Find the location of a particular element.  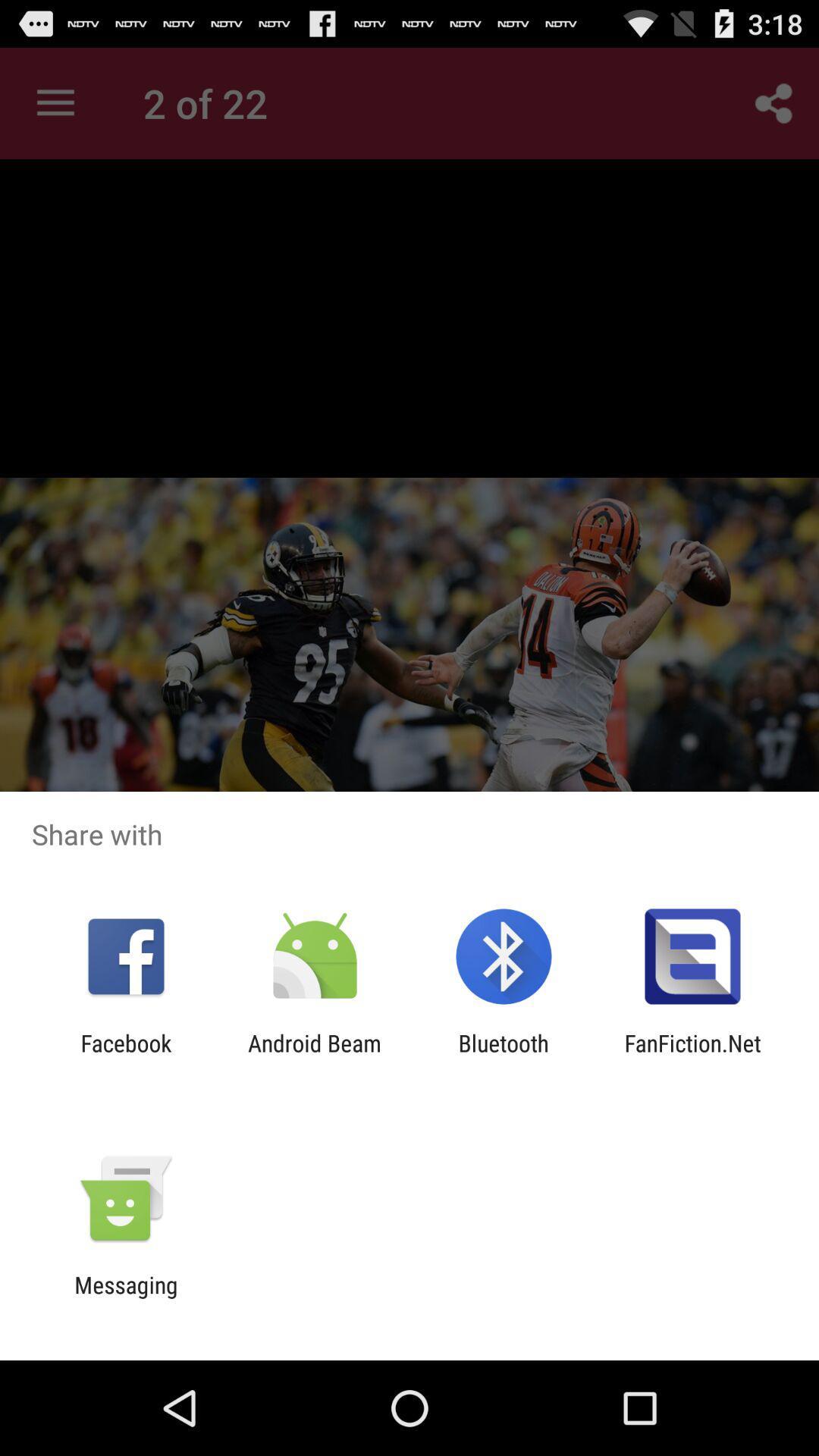

the facebook app is located at coordinates (125, 1056).